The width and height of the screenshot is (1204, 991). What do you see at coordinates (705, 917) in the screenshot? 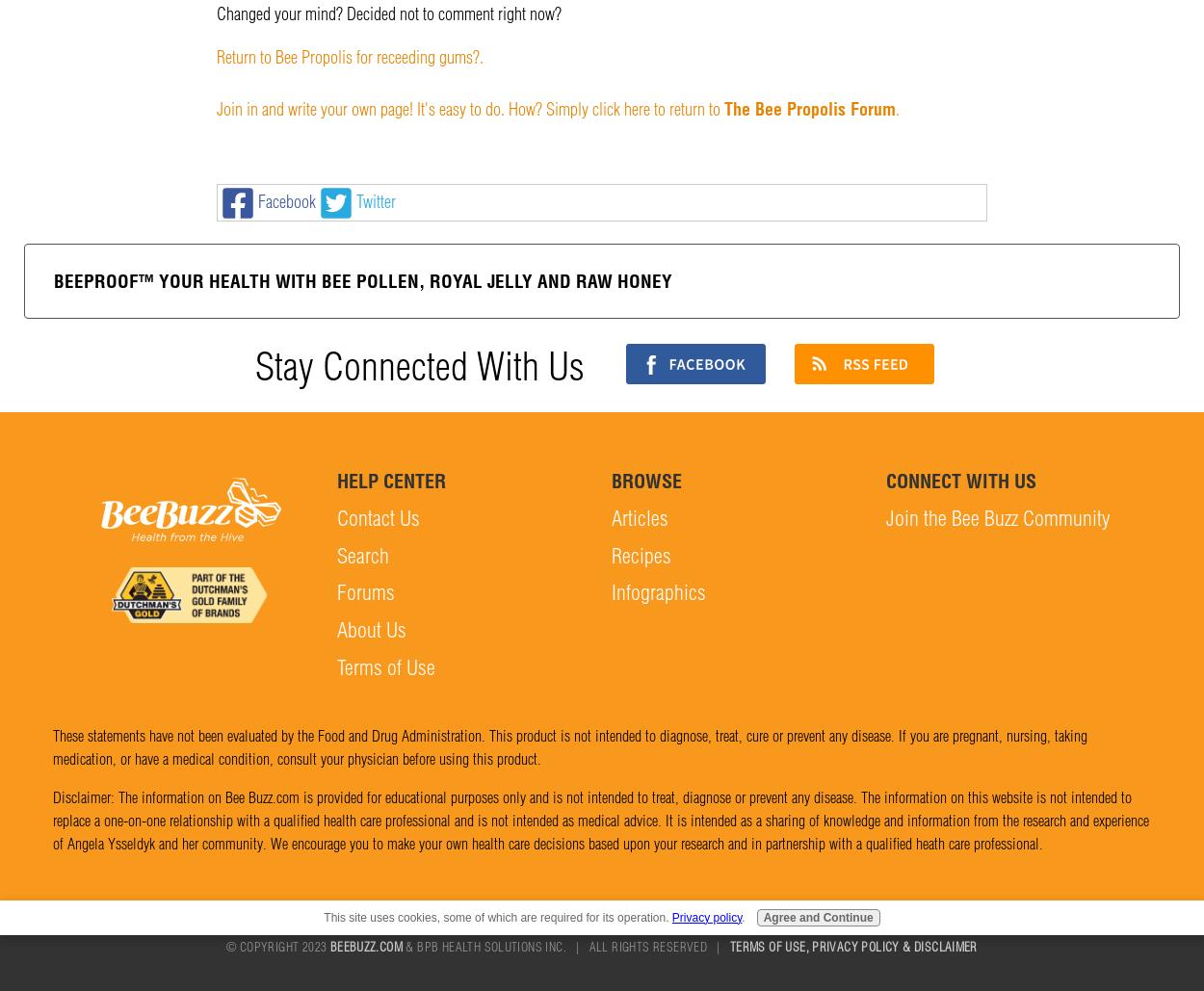
I see `'Privacy policy'` at bounding box center [705, 917].